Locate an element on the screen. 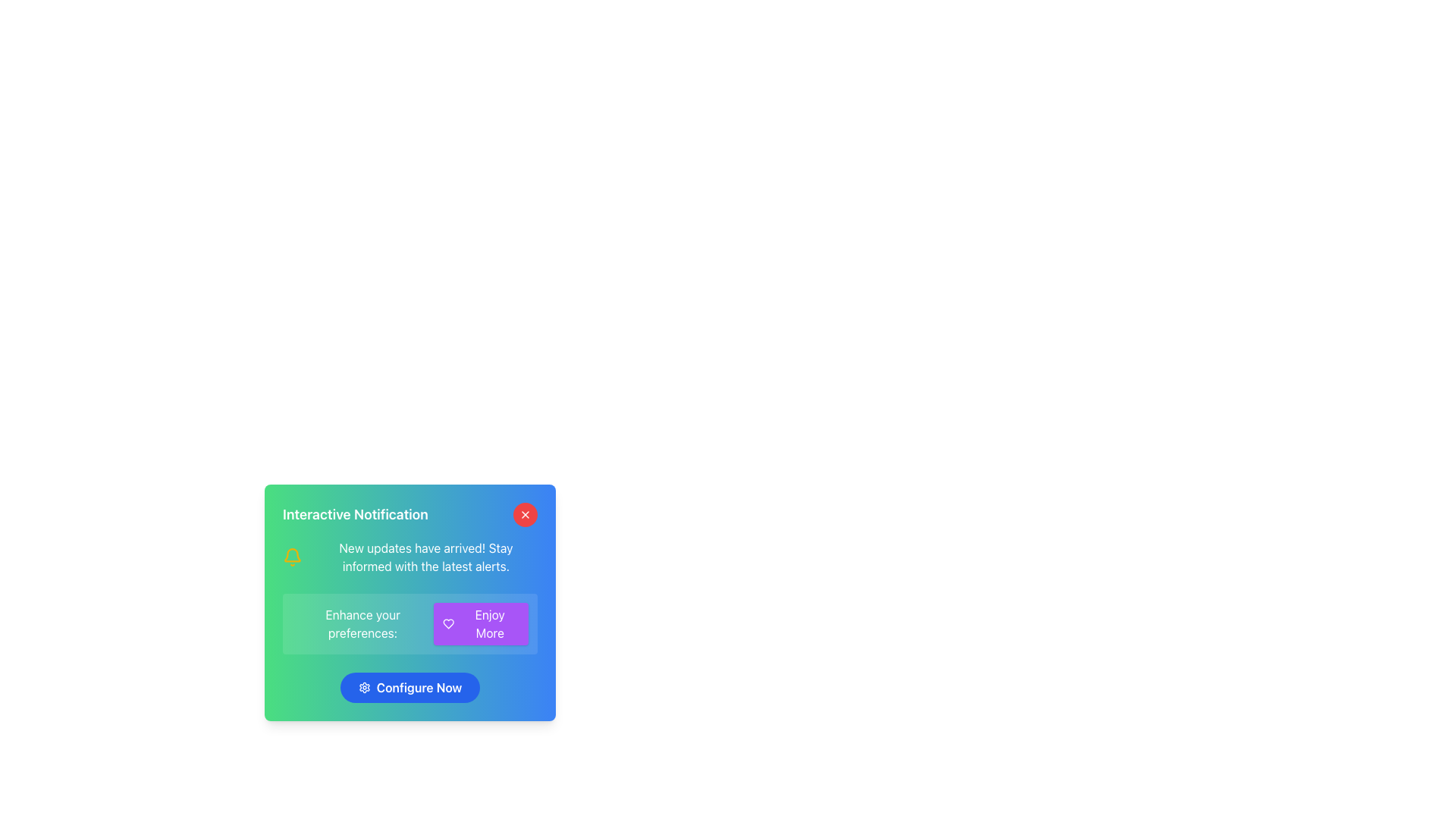 This screenshot has height=819, width=1456. the configuration button located at the bottom center of the 'Interactive Notification' card to observe any potential hover effects is located at coordinates (410, 687).